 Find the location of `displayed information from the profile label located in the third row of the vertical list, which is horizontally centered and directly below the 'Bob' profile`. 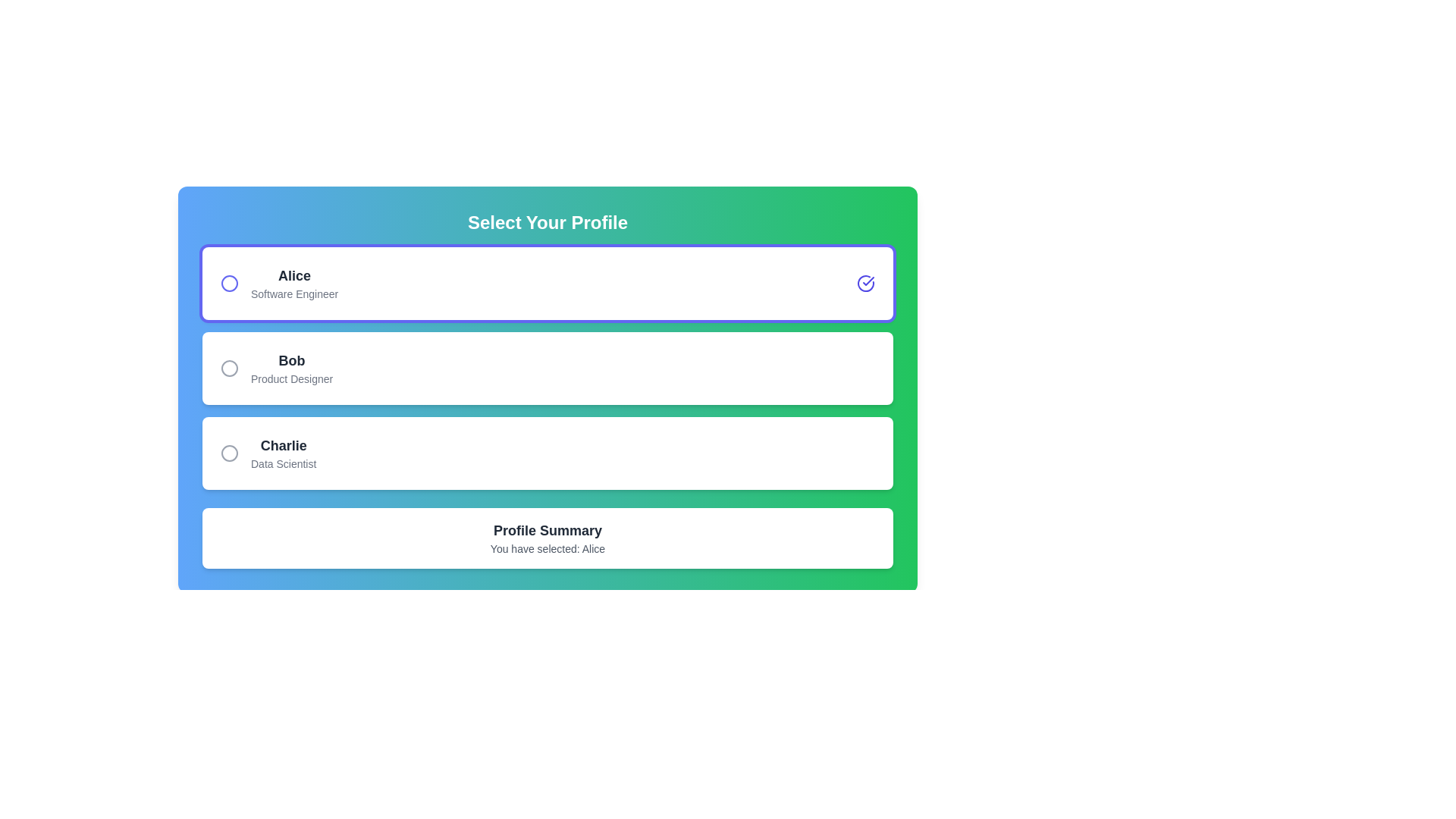

displayed information from the profile label located in the third row of the vertical list, which is horizontally centered and directly below the 'Bob' profile is located at coordinates (284, 452).